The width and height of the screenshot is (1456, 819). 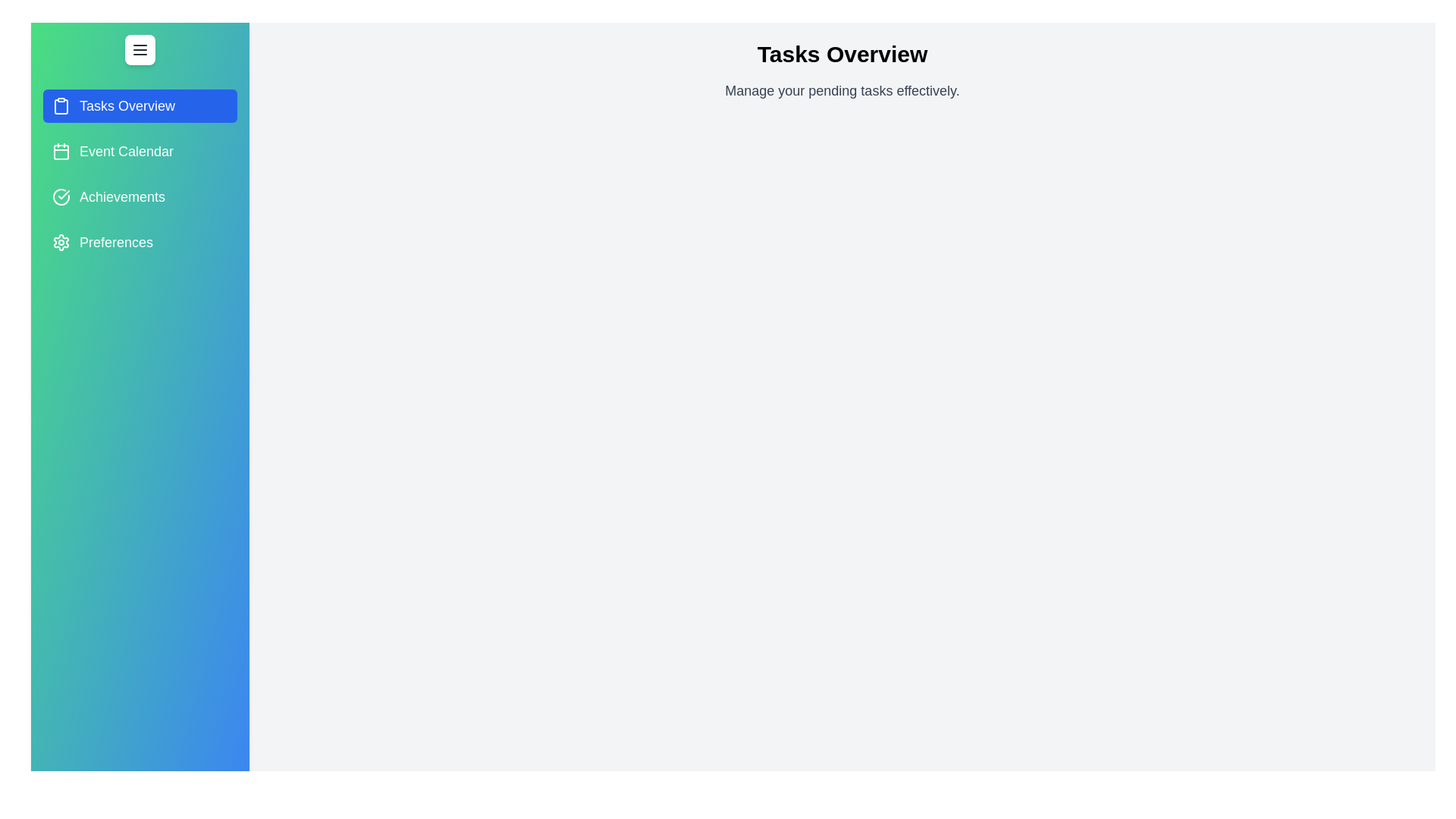 I want to click on the tab named Achievements from the drawer menu, so click(x=140, y=196).